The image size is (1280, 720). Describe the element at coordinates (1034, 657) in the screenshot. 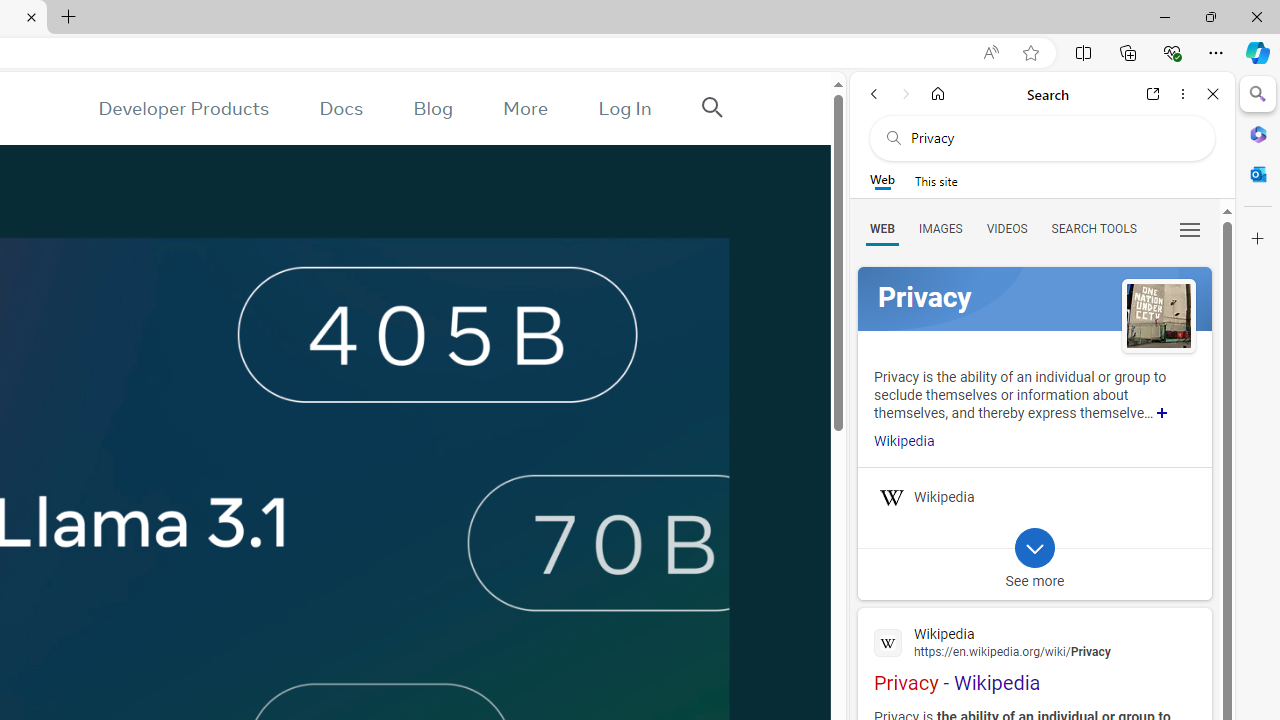

I see `'Privacy - Wikipedia'` at that location.